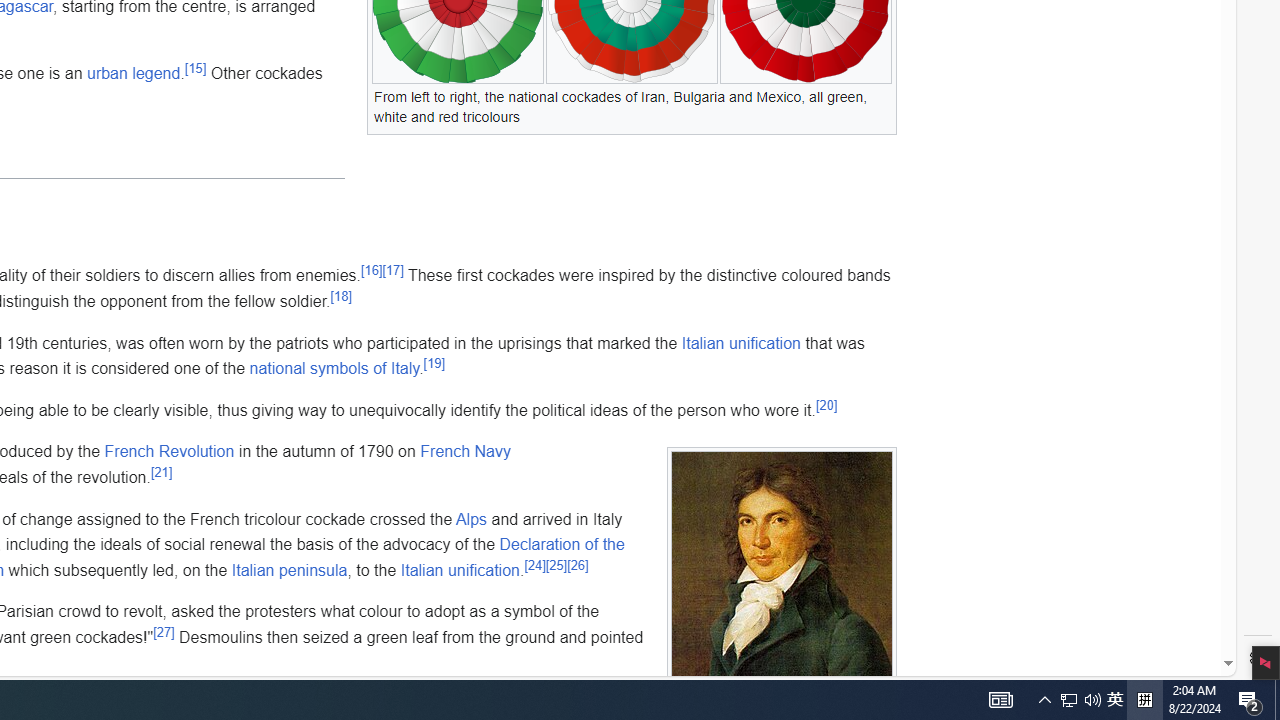  I want to click on '[21]', so click(161, 471).